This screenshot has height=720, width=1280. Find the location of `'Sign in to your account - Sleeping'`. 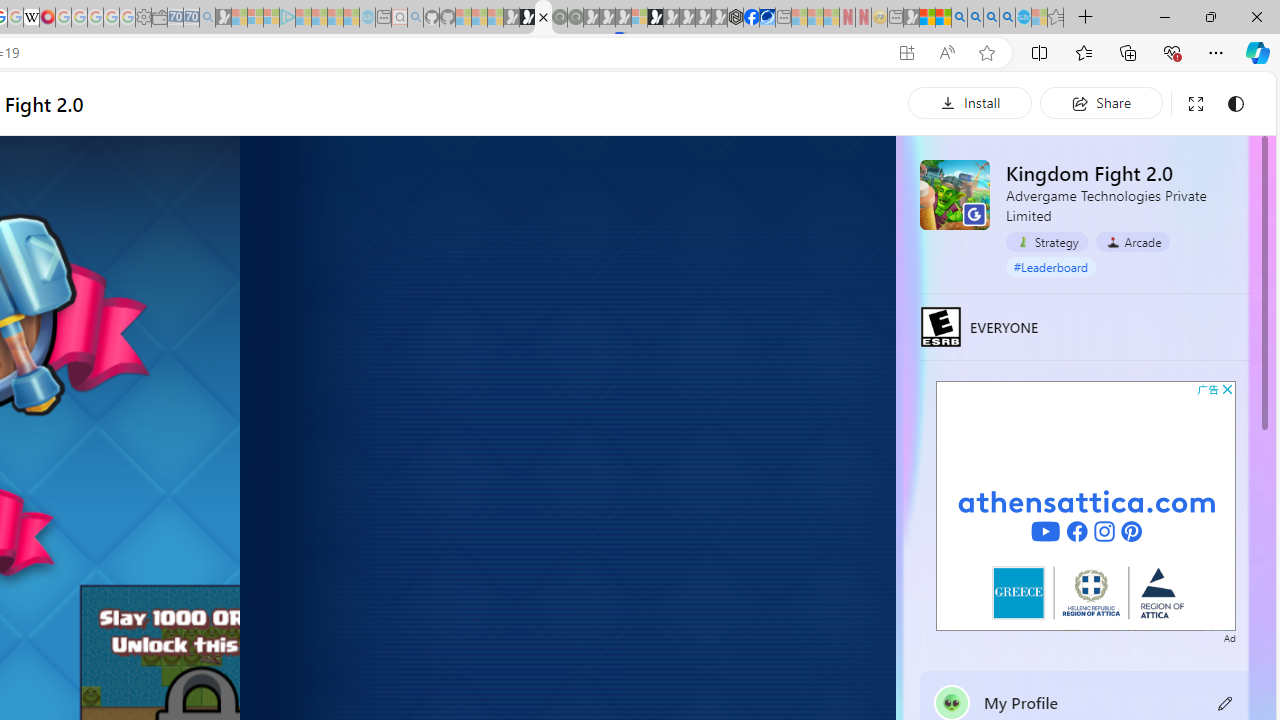

'Sign in to your account - Sleeping' is located at coordinates (638, 17).